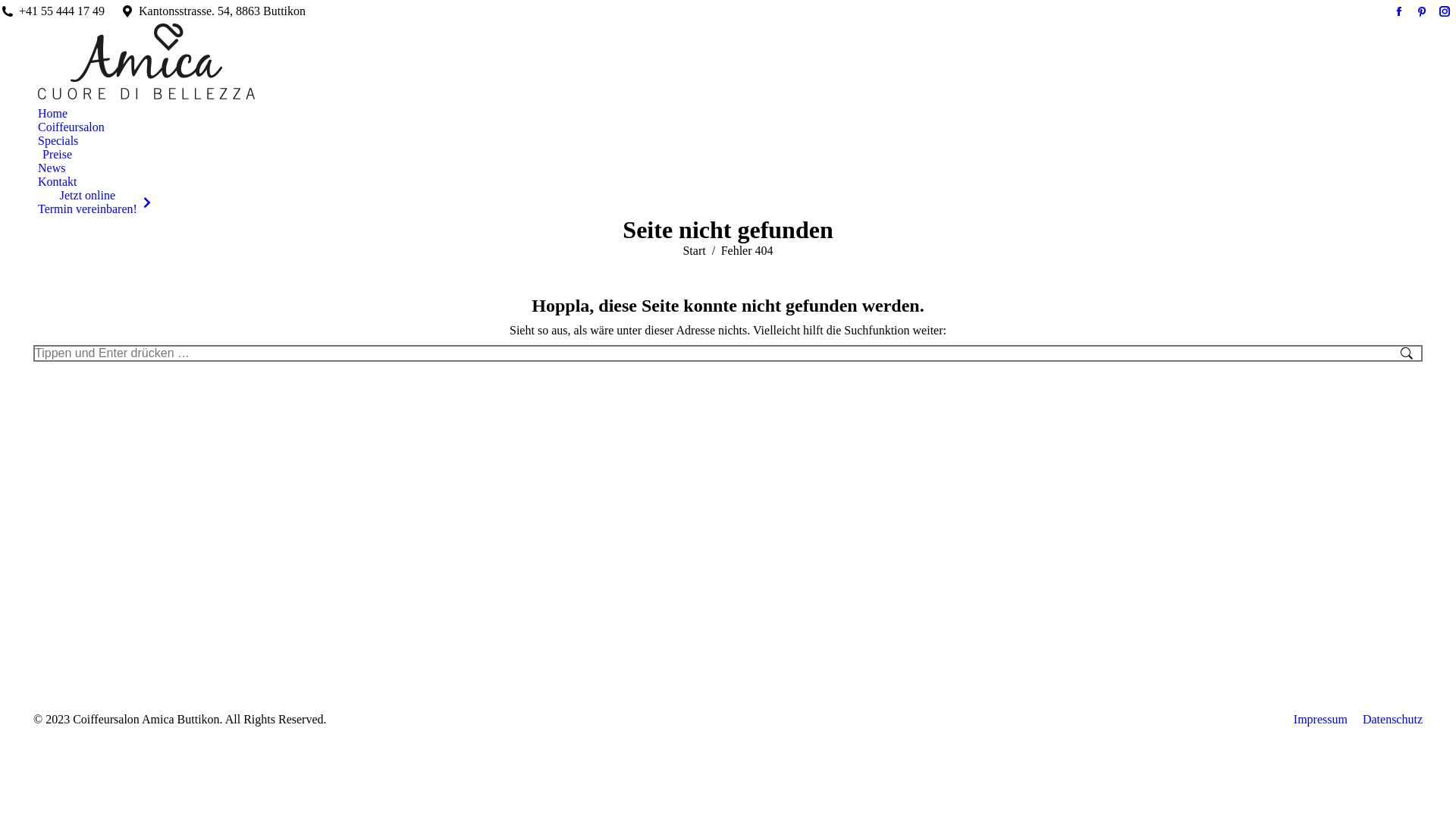 Image resolution: width=1456 pixels, height=819 pixels. What do you see at coordinates (55, 155) in the screenshot?
I see `'Preise'` at bounding box center [55, 155].